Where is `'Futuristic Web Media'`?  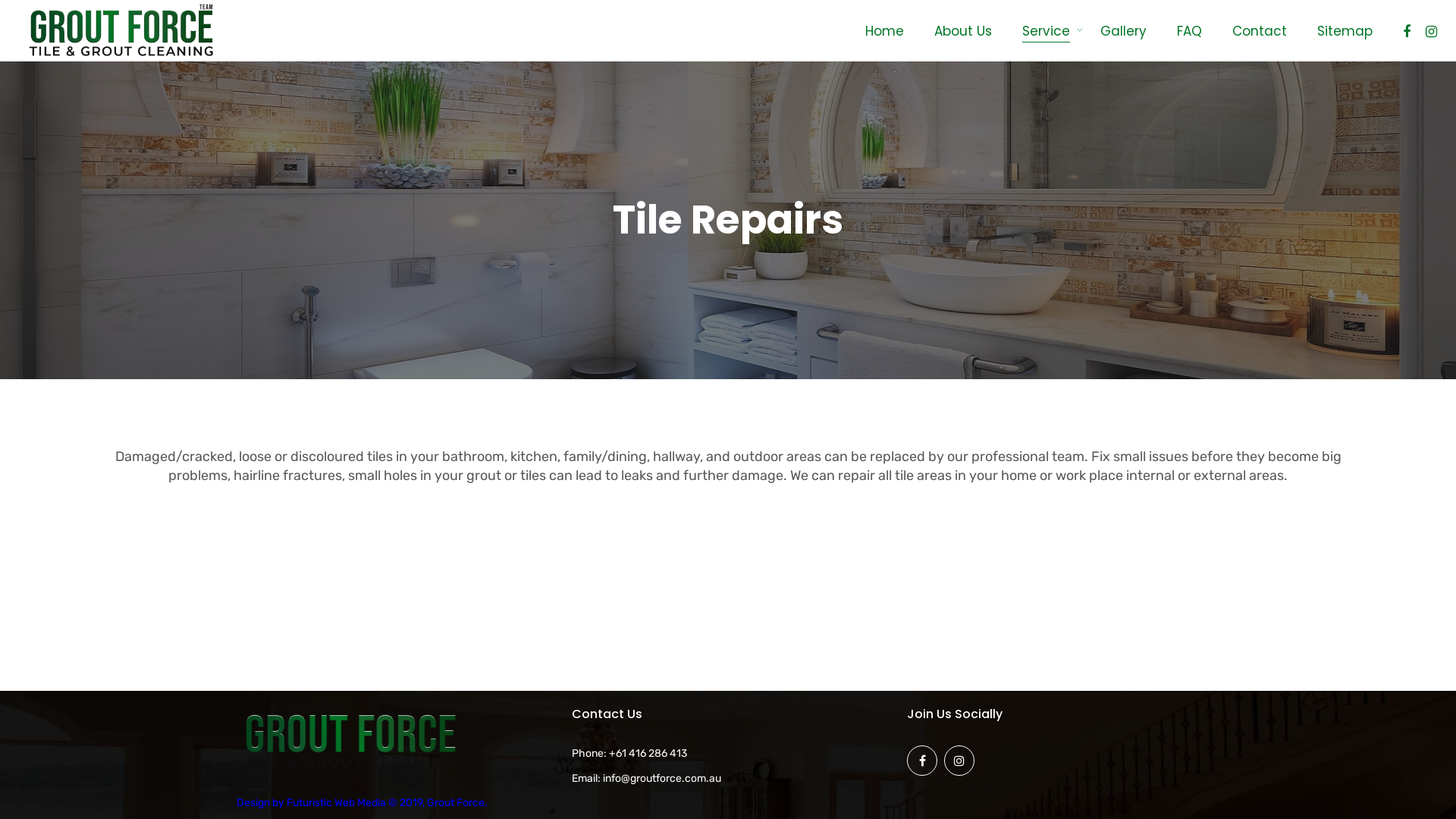 'Futuristic Web Media' is located at coordinates (335, 802).